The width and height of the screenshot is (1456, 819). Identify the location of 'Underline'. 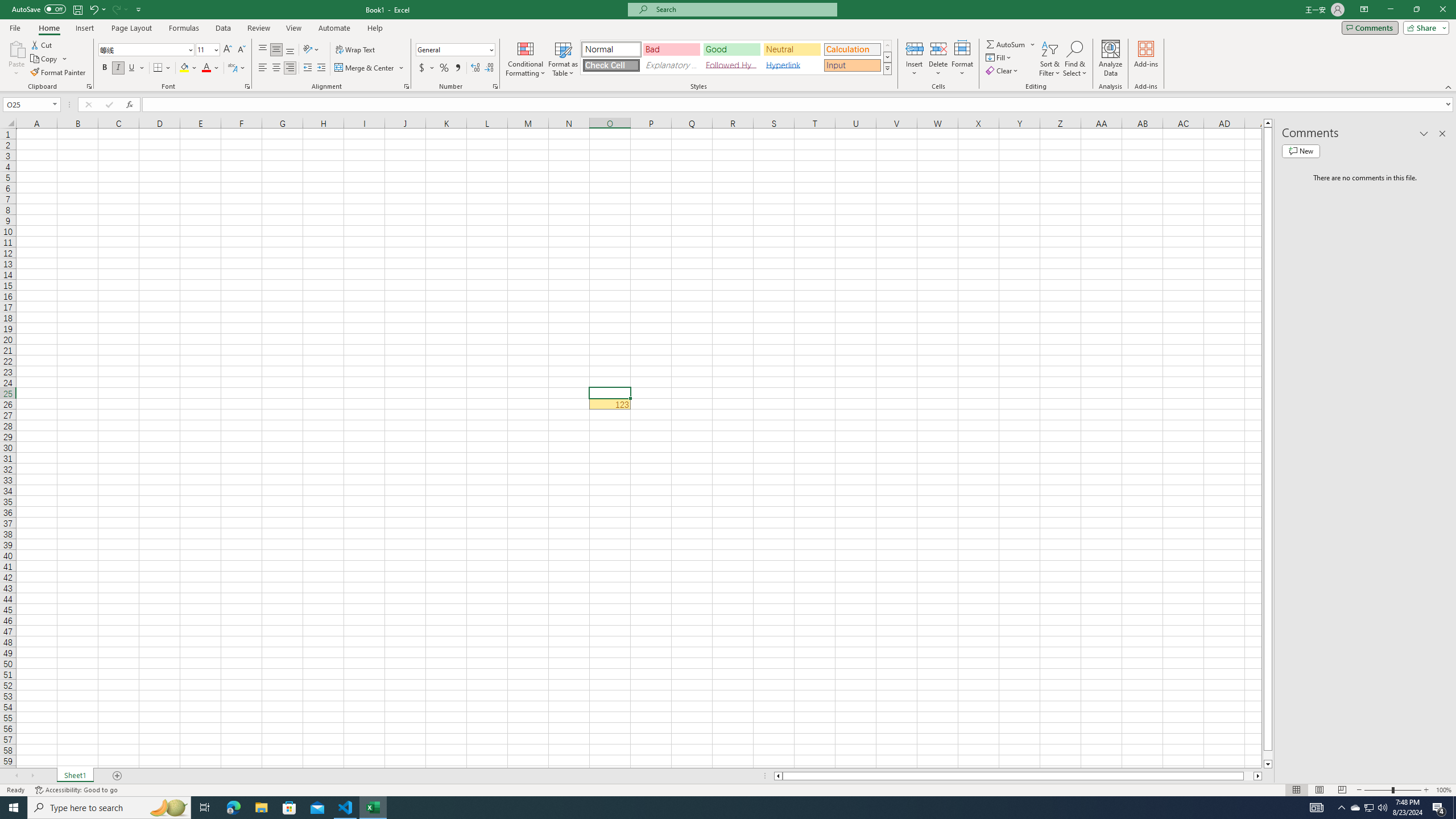
(131, 67).